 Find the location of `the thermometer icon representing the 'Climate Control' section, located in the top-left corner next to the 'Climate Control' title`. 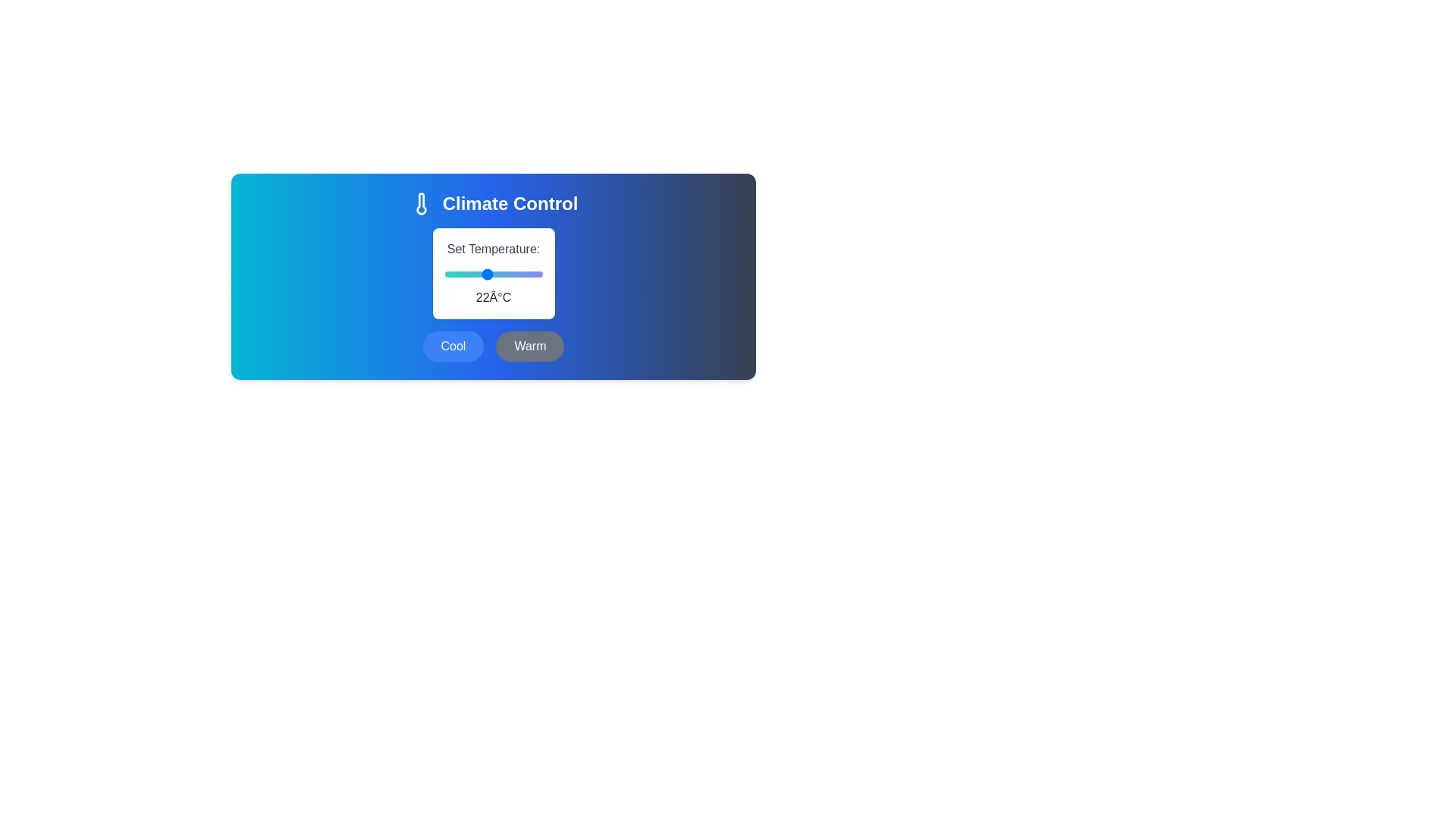

the thermometer icon representing the 'Climate Control' section, located in the top-left corner next to the 'Climate Control' title is located at coordinates (421, 203).